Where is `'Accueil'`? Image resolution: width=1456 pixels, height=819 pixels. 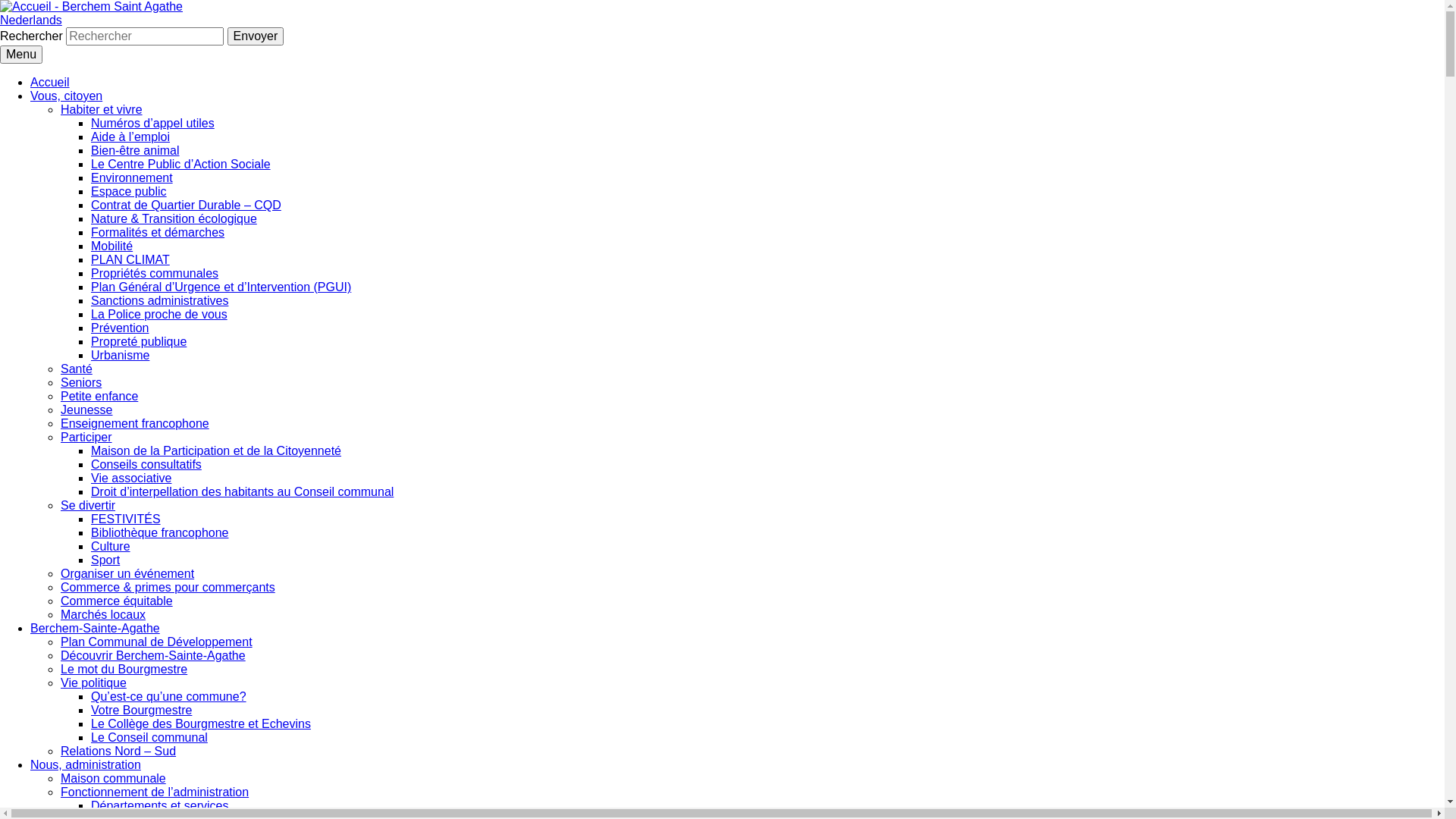 'Accueil' is located at coordinates (50, 82).